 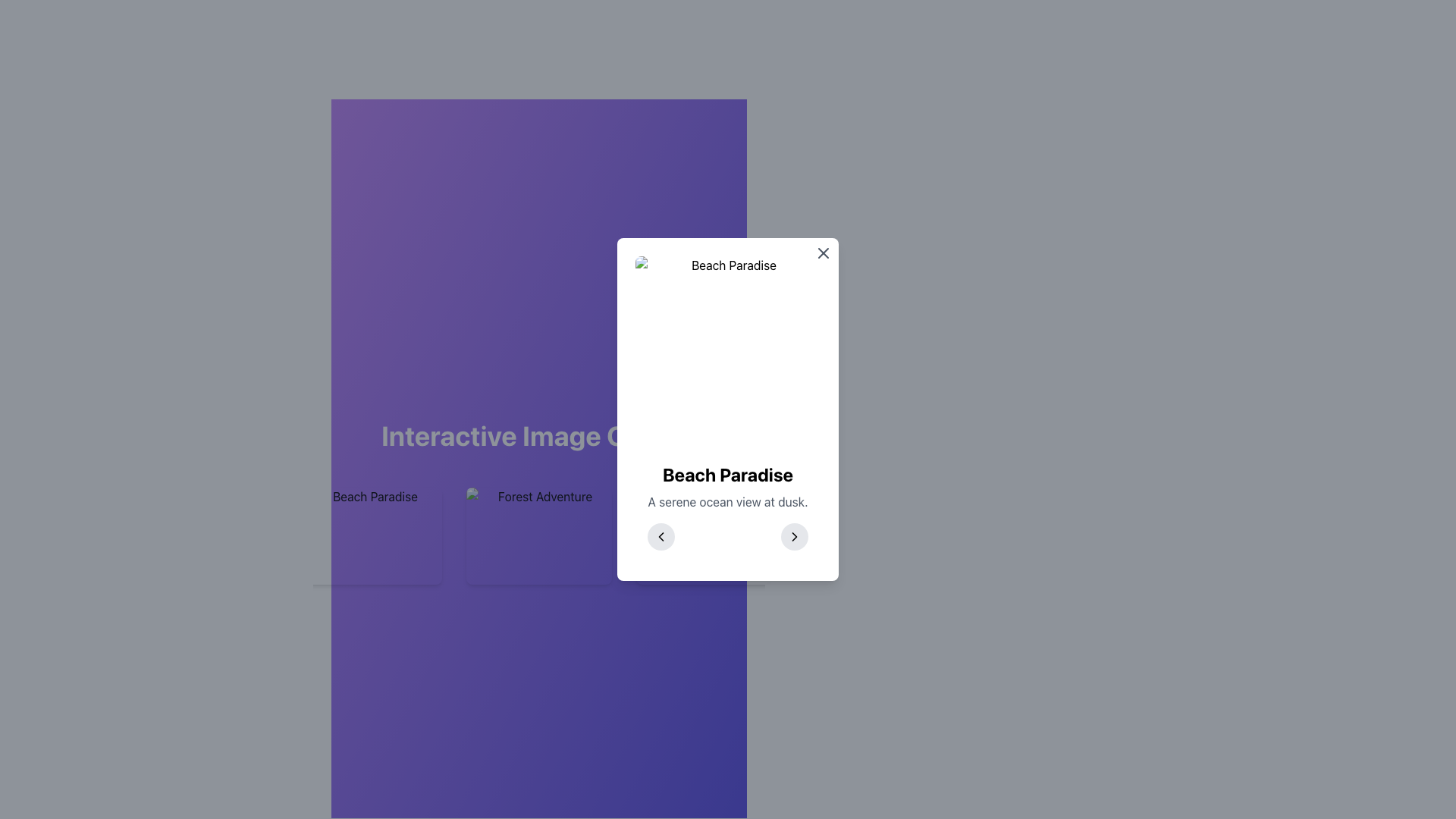 What do you see at coordinates (369, 535) in the screenshot?
I see `the first clickable image item representing 'Beach Paradise' to observe the scaling effect` at bounding box center [369, 535].